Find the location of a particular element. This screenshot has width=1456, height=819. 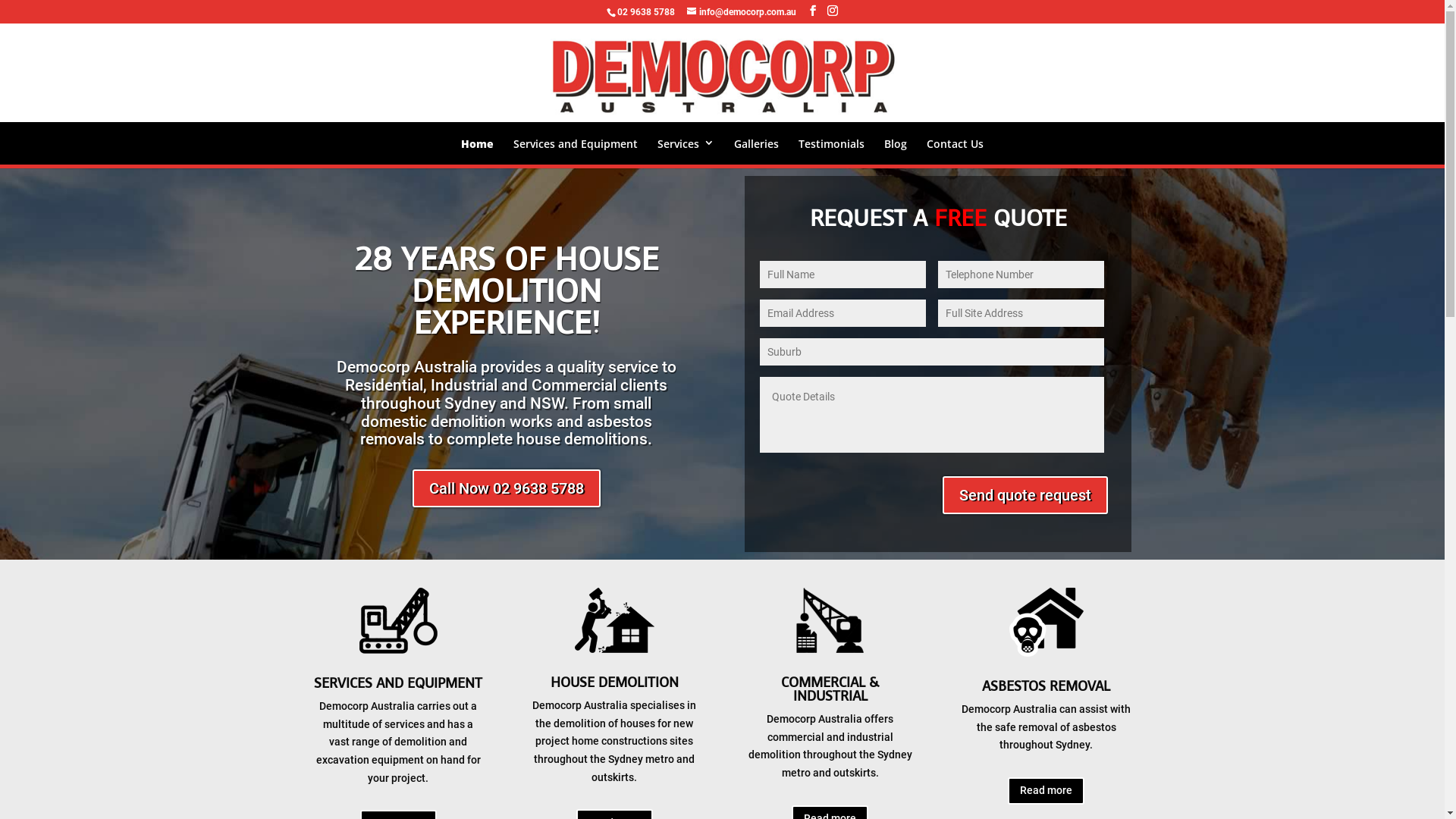

'info@democorp.com.au' is located at coordinates (742, 11).